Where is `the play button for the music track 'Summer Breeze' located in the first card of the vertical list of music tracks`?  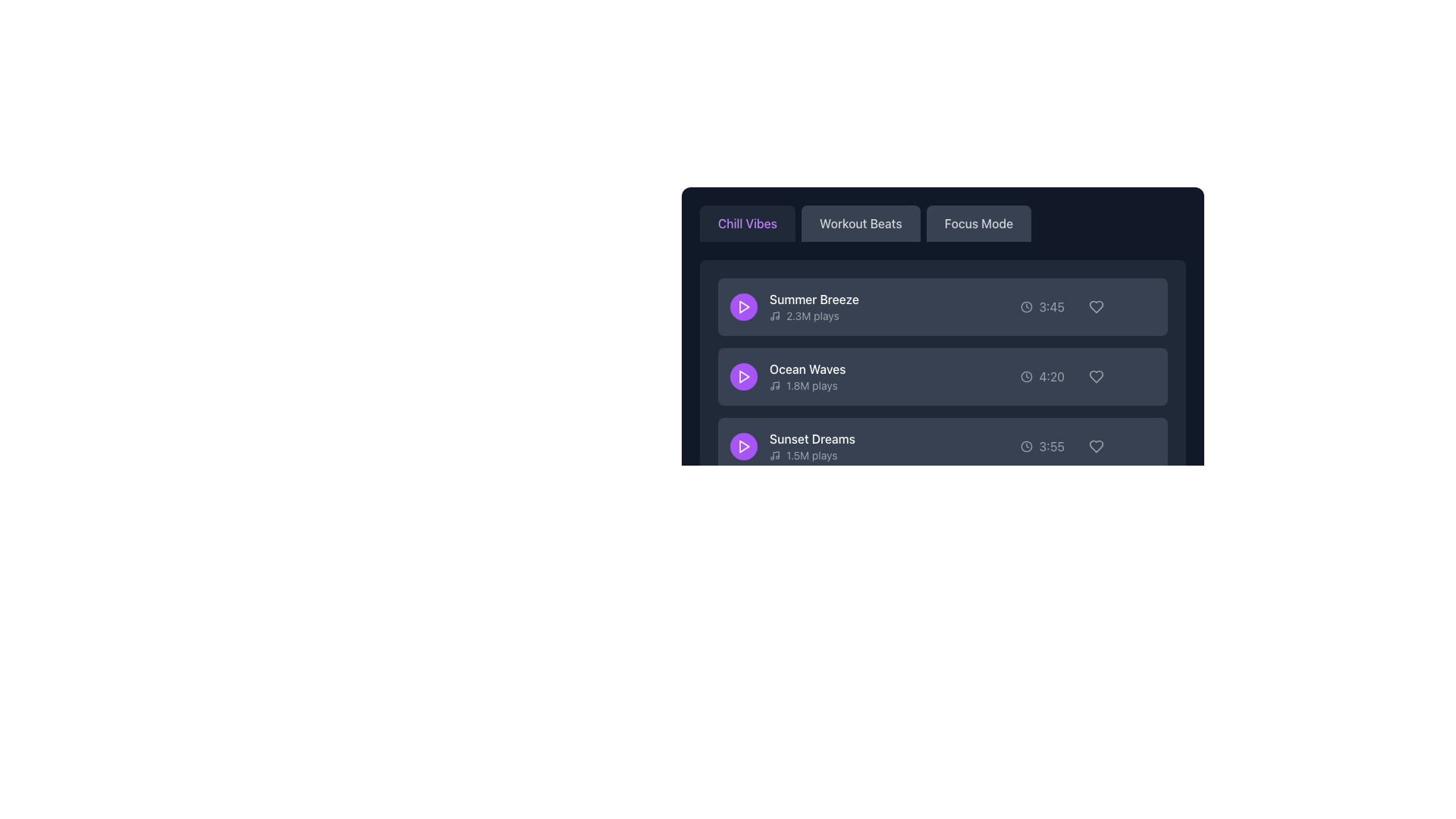
the play button for the music track 'Summer Breeze' located in the first card of the vertical list of music tracks is located at coordinates (744, 307).